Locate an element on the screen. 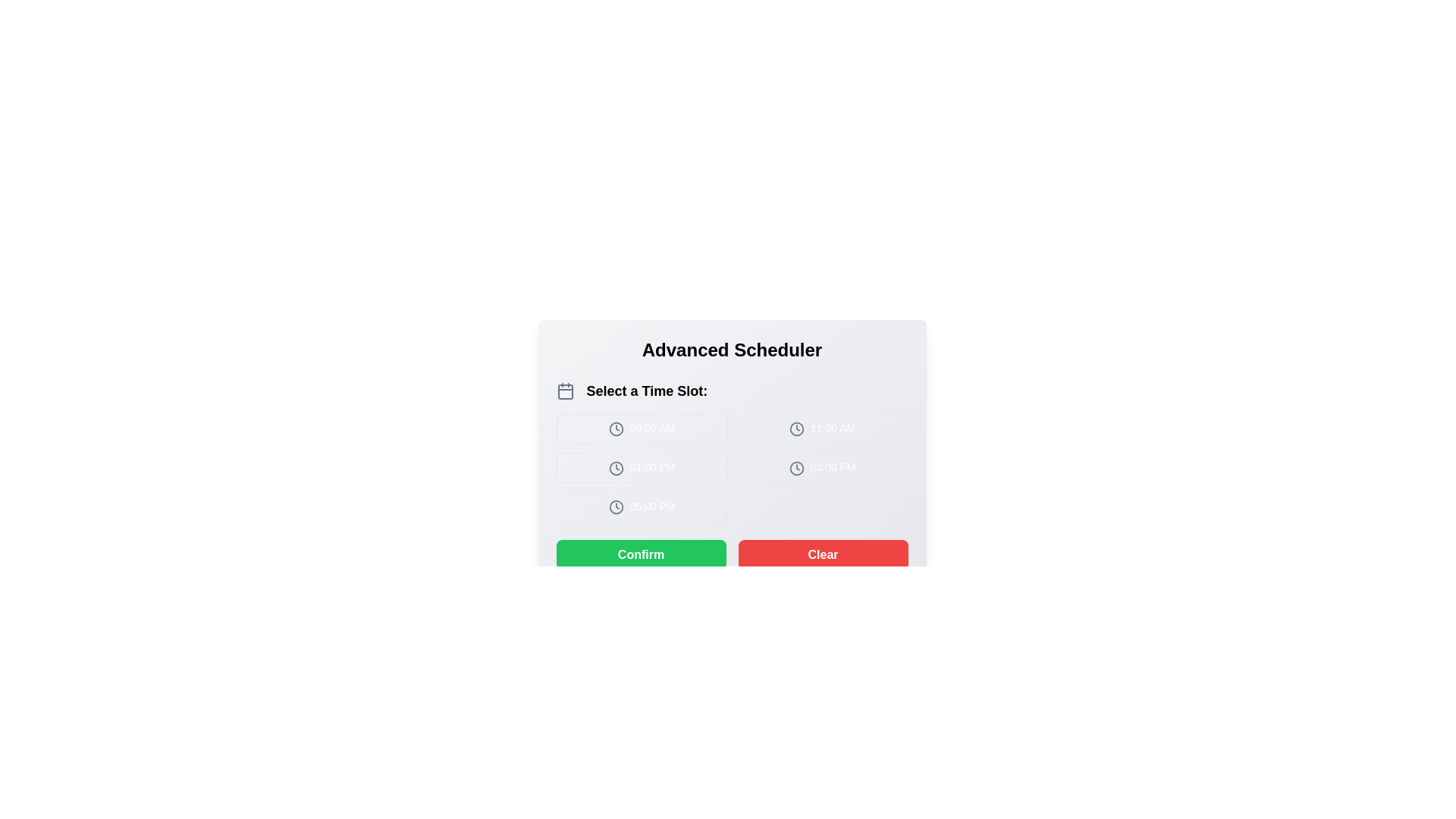 The width and height of the screenshot is (1456, 819). the green 'Confirm' button with rounded corners located in the horizontal button group at the bottom of the interface to confirm the action is located at coordinates (641, 554).